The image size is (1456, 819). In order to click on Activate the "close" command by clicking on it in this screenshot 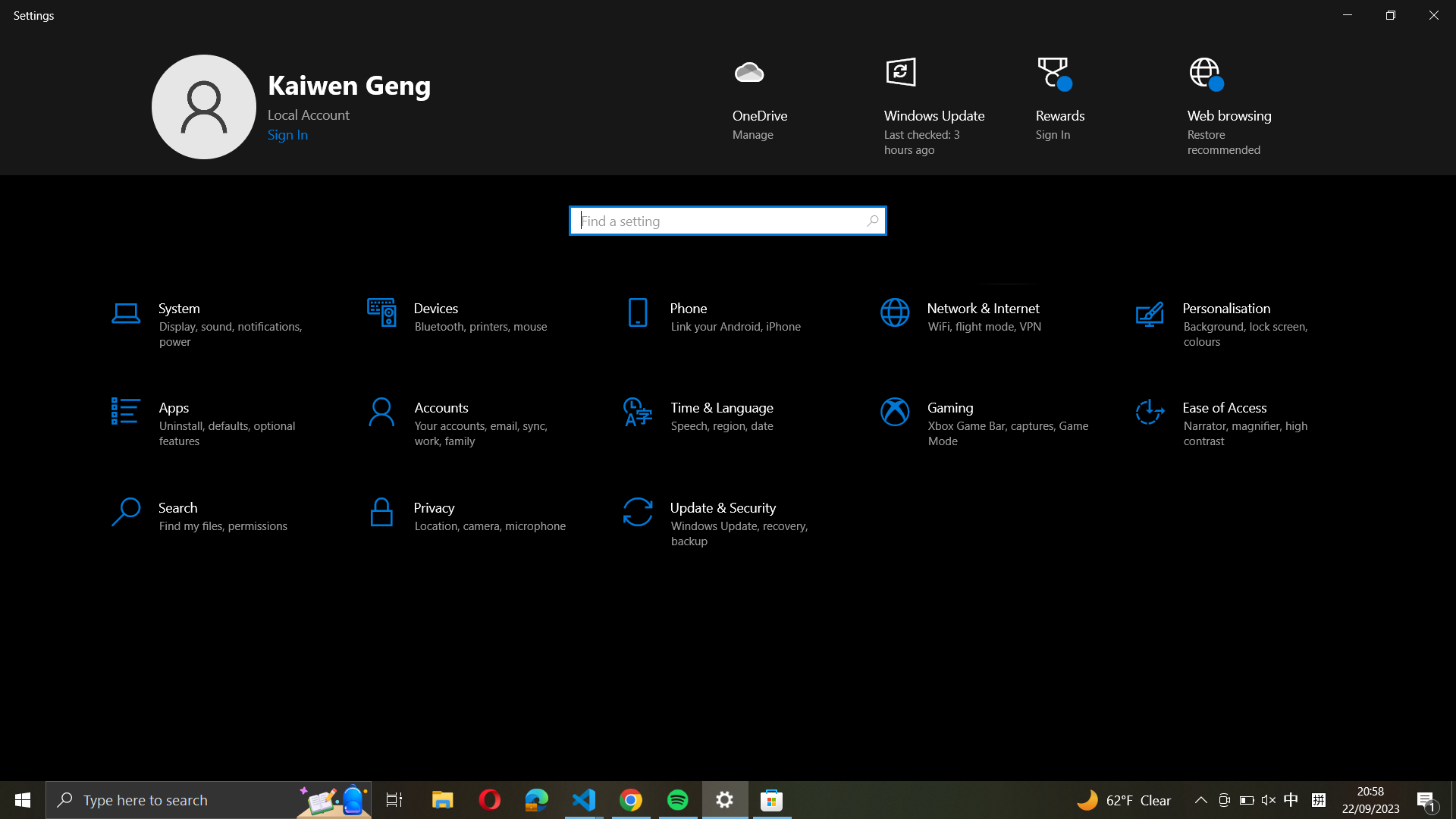, I will do `click(1436, 15)`.